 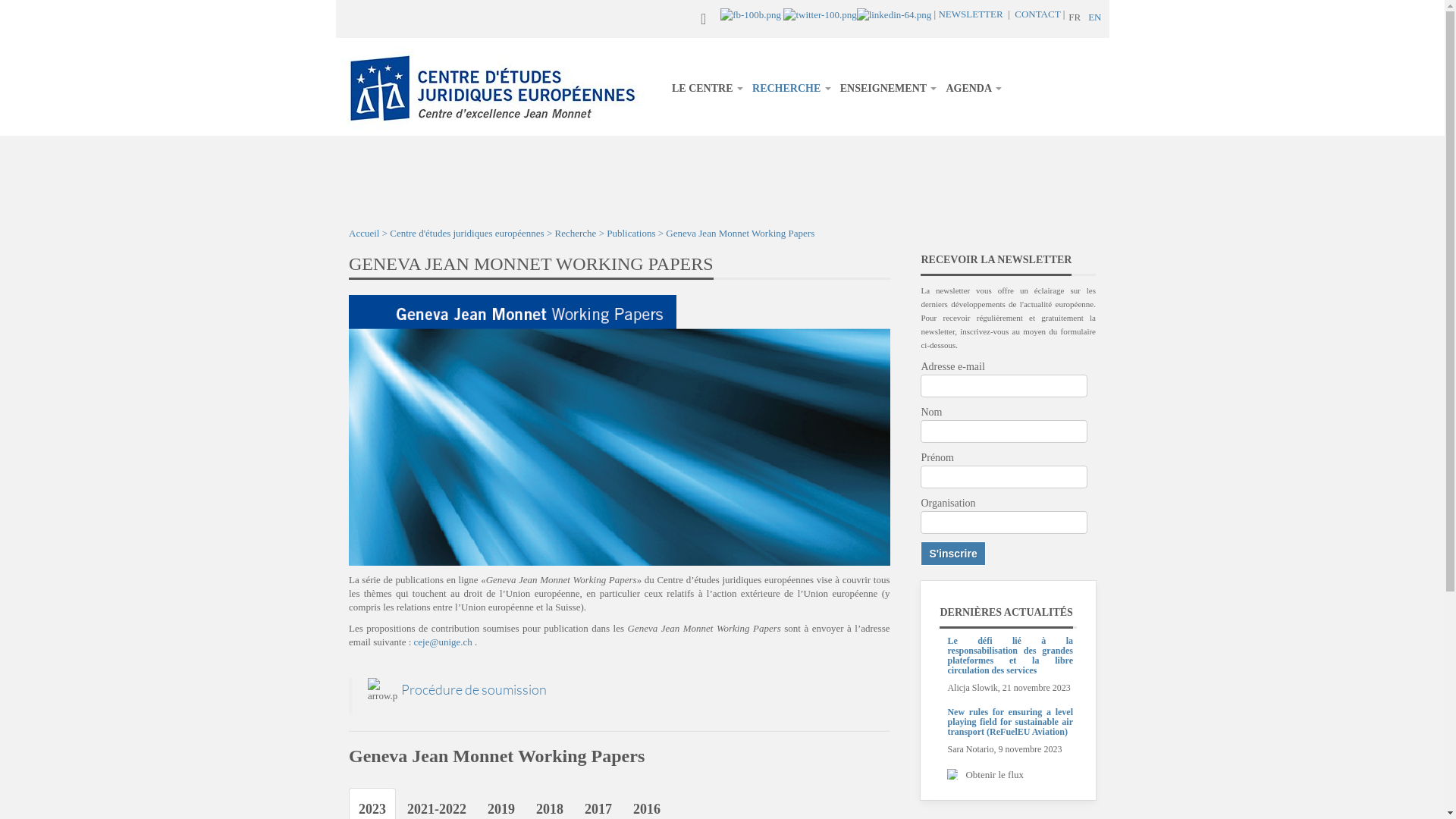 What do you see at coordinates (920, 553) in the screenshot?
I see `'S'inscrire'` at bounding box center [920, 553].